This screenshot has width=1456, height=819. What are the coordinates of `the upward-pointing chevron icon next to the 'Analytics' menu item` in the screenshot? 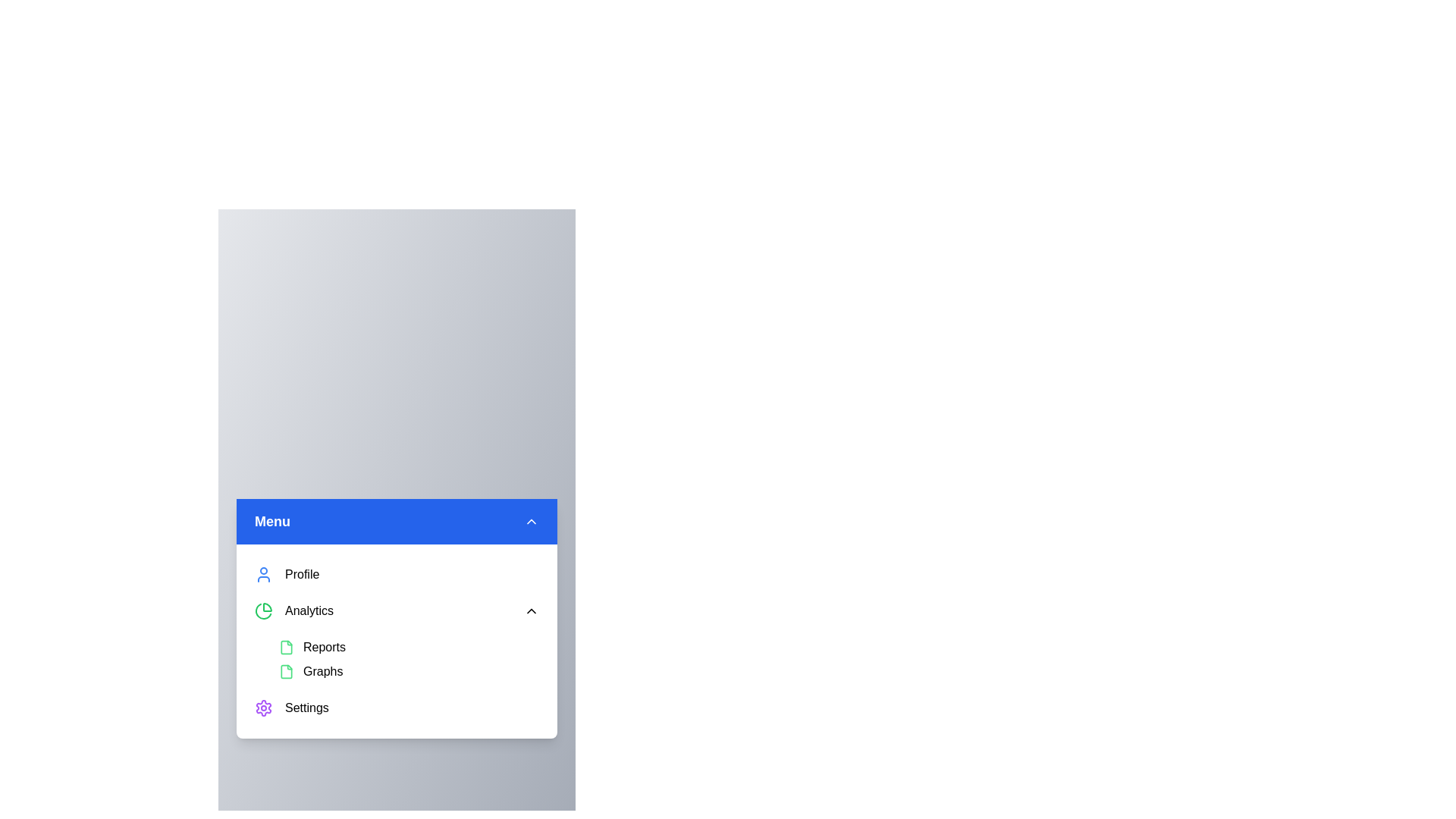 It's located at (531, 610).